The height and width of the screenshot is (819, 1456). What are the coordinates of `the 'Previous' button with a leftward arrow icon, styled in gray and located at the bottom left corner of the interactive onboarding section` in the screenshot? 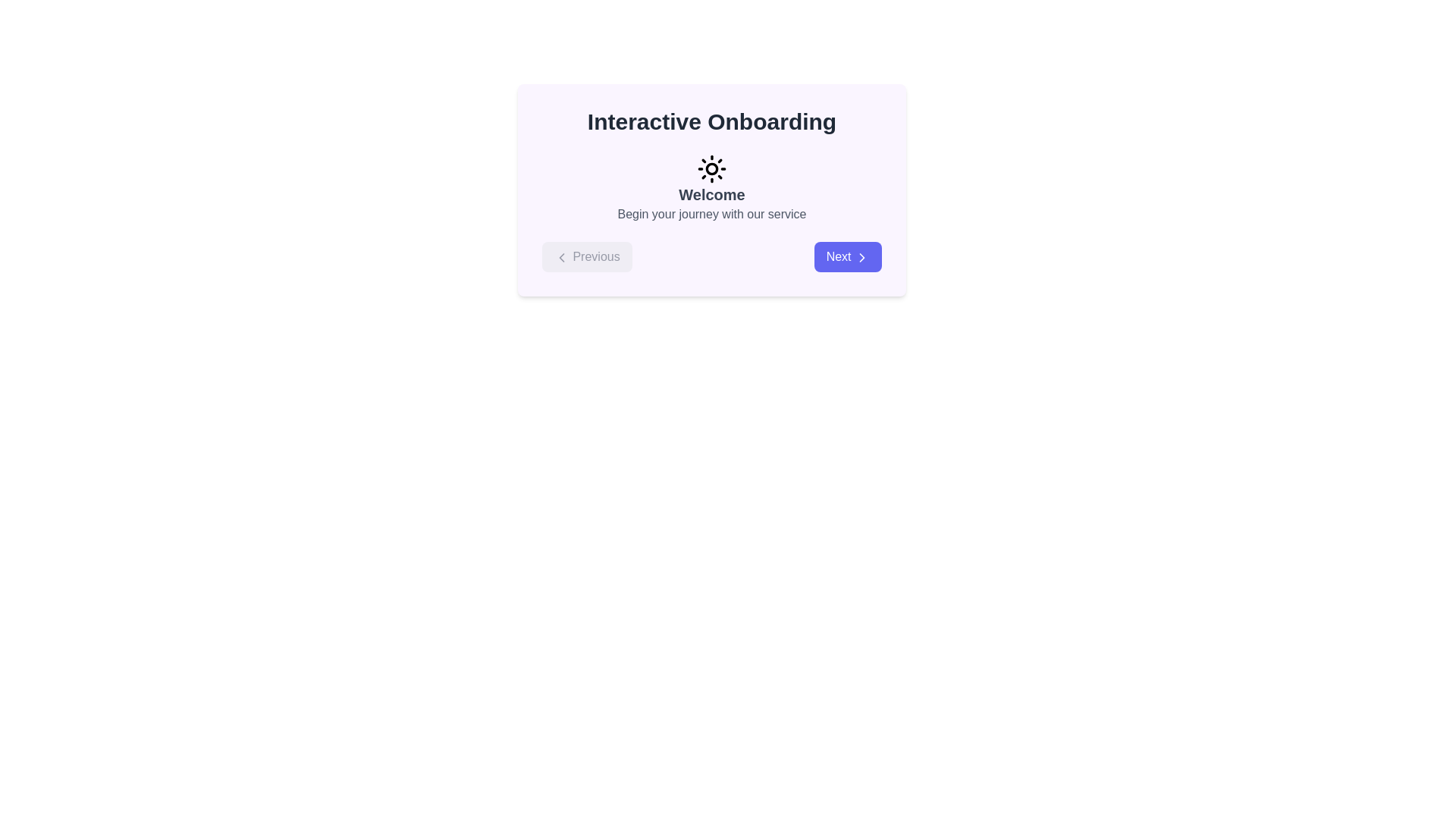 It's located at (586, 256).